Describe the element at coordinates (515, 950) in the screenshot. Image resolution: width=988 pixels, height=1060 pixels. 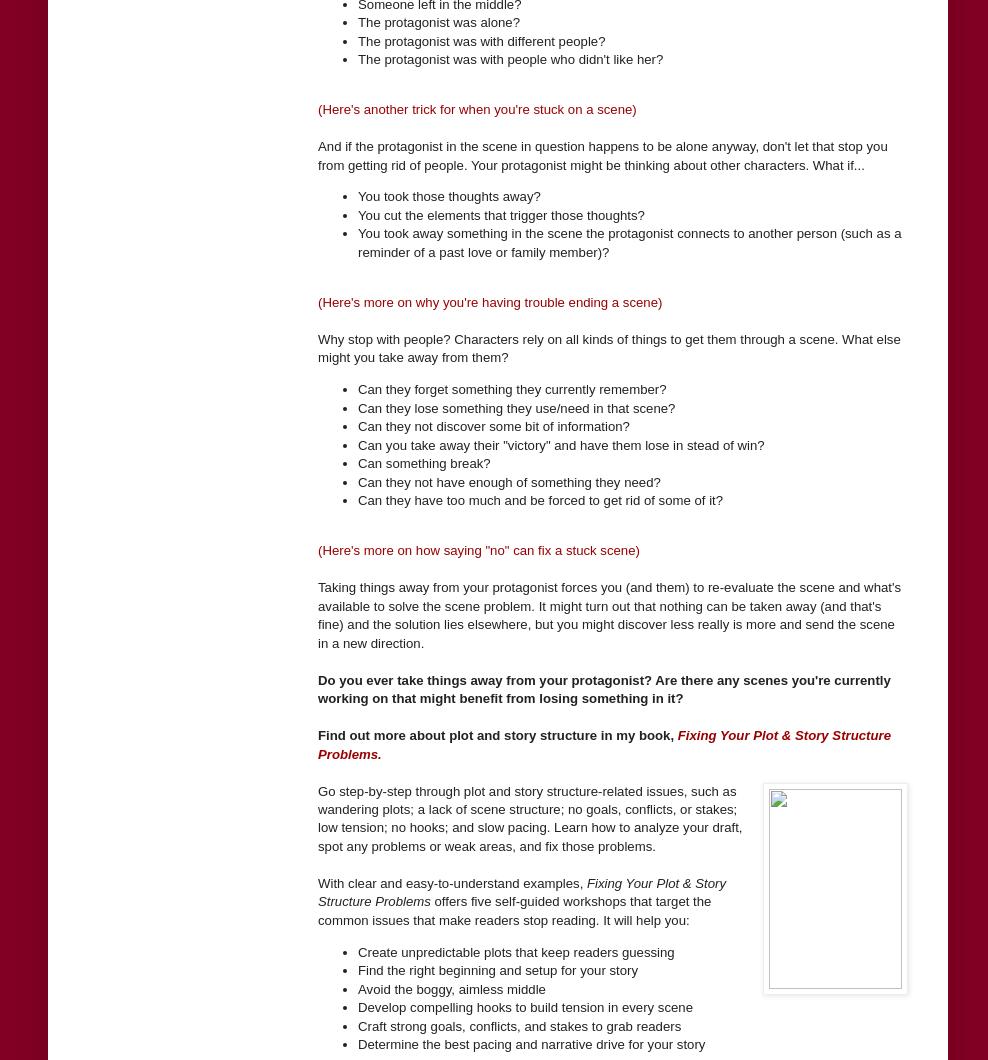
I see `'Create unpredictable plots that keep readers guessing'` at that location.